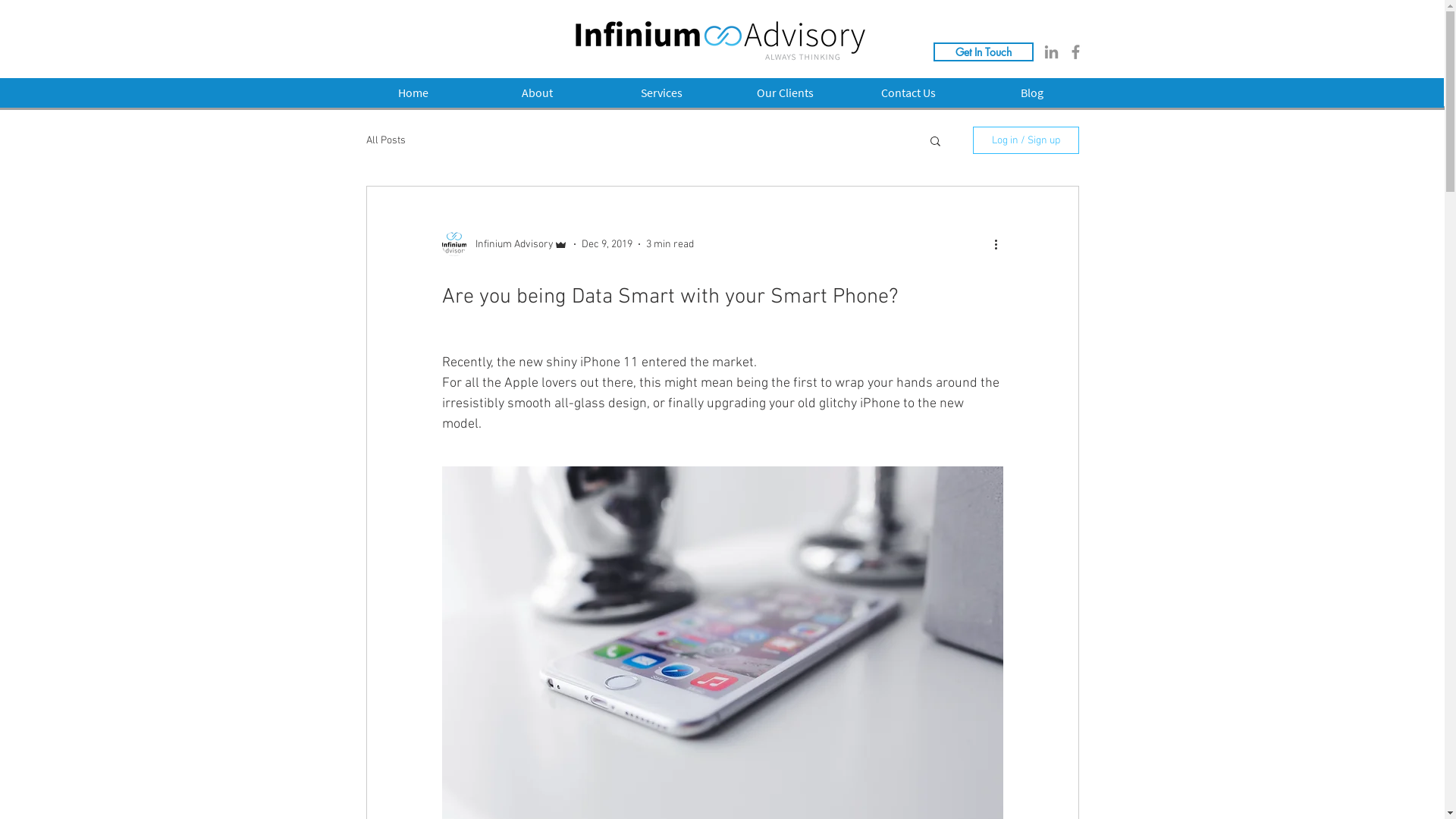 This screenshot has width=1456, height=819. I want to click on 'Get In Touch', so click(983, 51).